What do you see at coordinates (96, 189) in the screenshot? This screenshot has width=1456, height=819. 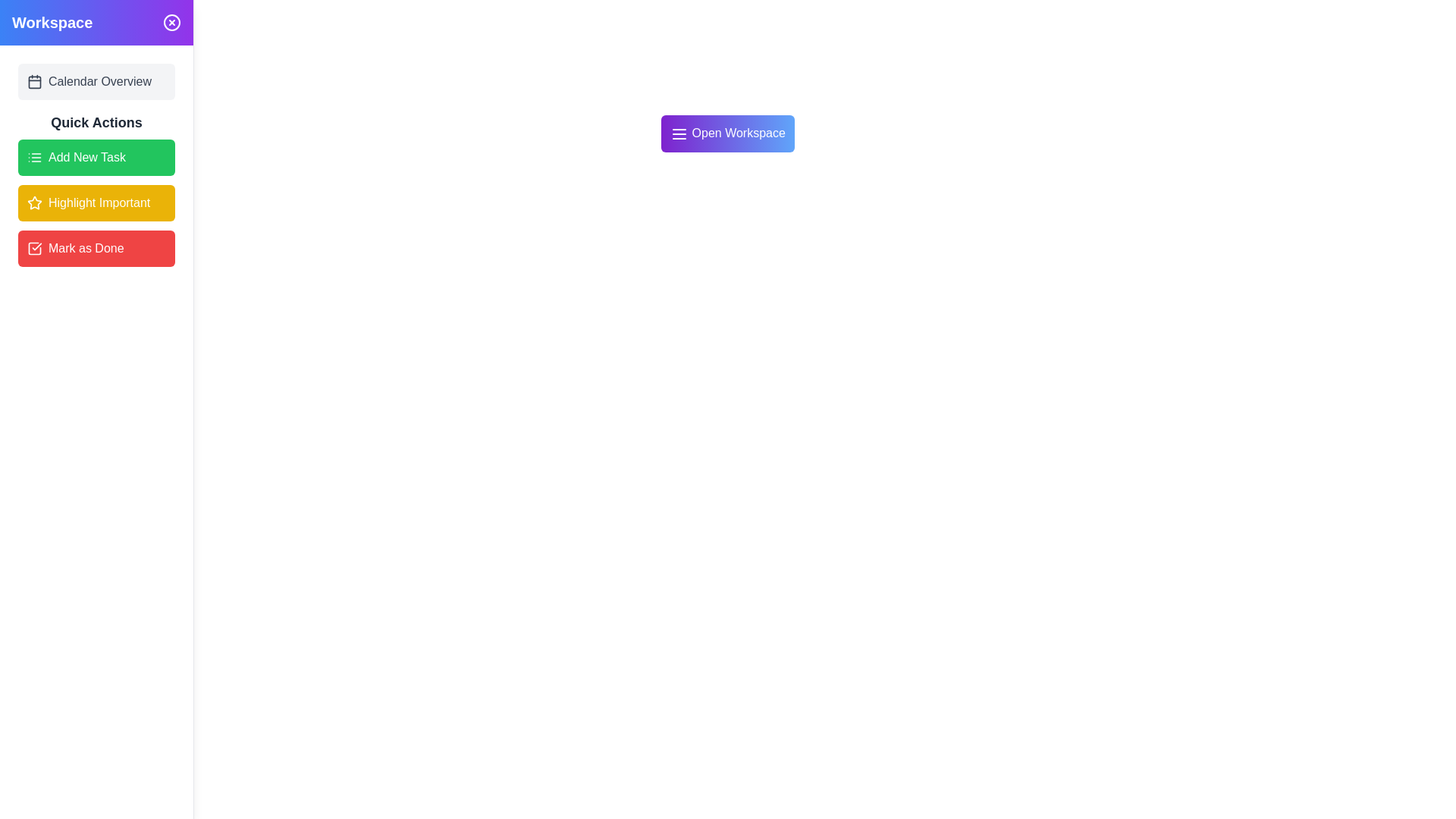 I see `the 'Highlight Important' button with a yellow background located in the vertical list under the 'Quick Actions' header, positioned below the 'Add New Task' button and above the 'Mark as Done' button` at bounding box center [96, 189].